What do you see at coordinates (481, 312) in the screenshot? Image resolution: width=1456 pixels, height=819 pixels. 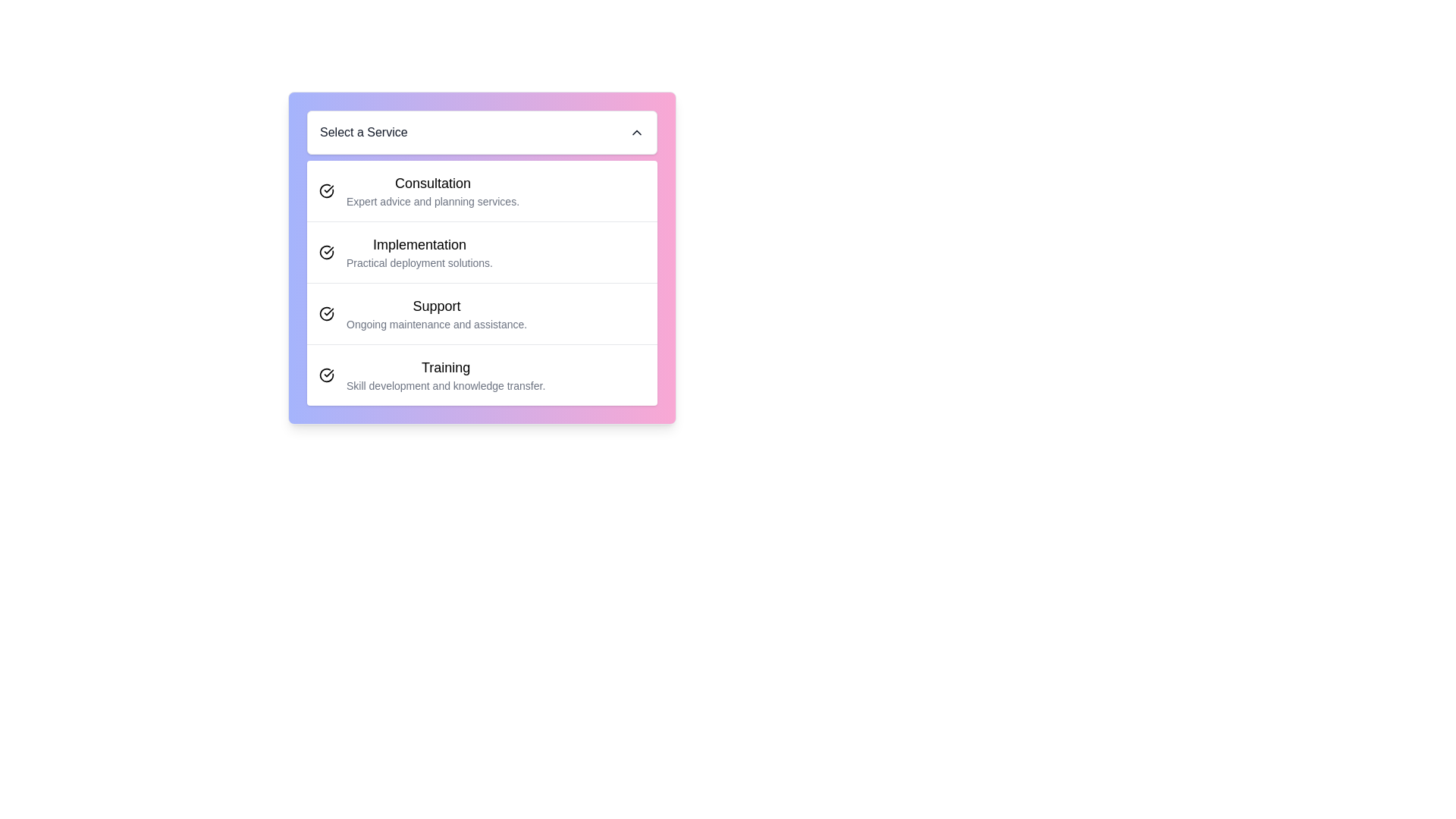 I see `the third list item in the 'Select a Service' menu, which represents ongoing support and assistance` at bounding box center [481, 312].